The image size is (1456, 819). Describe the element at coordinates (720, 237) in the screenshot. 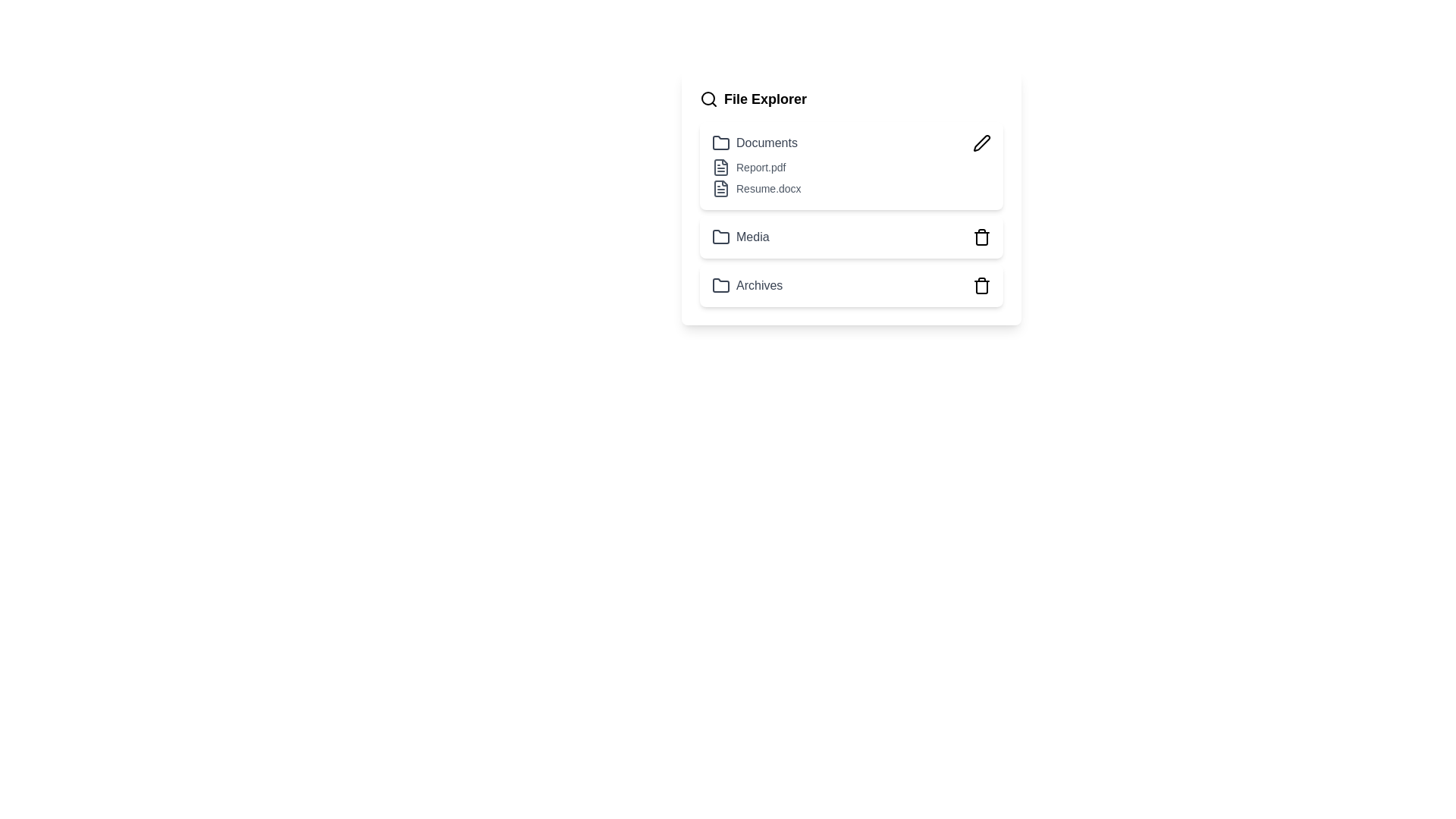

I see `the 'Media' folder icon` at that location.